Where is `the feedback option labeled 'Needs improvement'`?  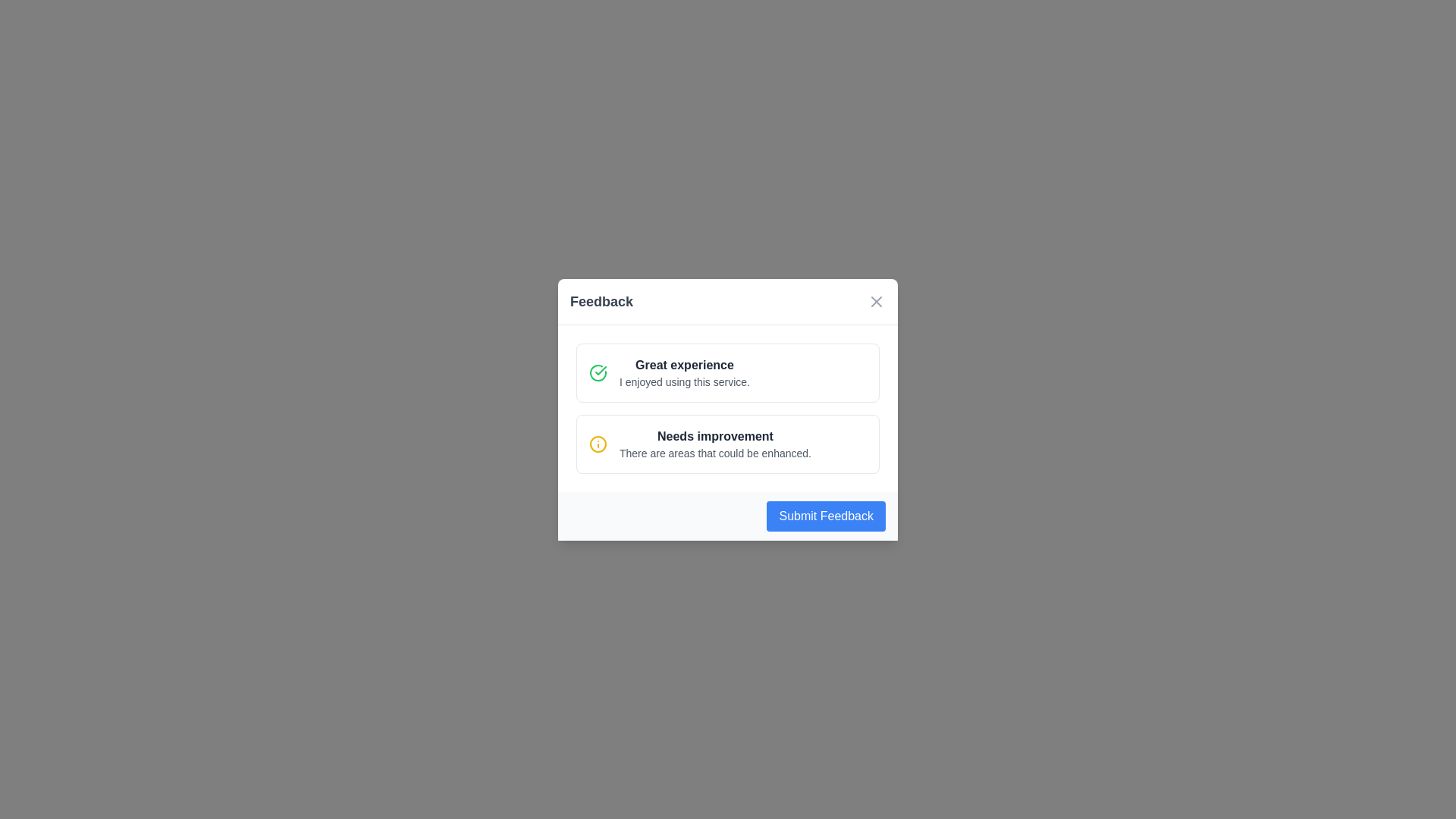 the feedback option labeled 'Needs improvement' is located at coordinates (728, 444).